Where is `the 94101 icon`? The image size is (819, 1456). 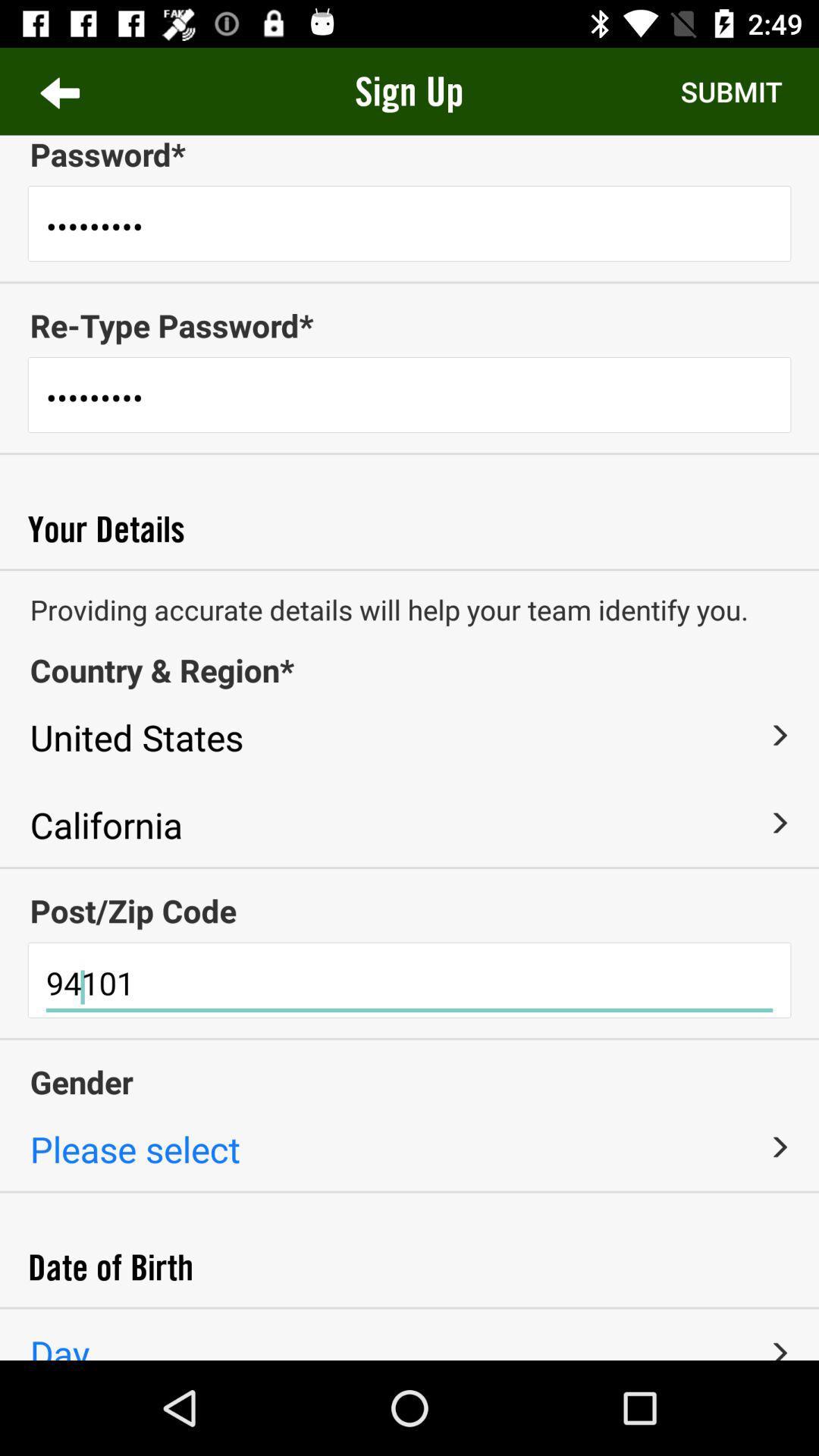 the 94101 icon is located at coordinates (409, 984).